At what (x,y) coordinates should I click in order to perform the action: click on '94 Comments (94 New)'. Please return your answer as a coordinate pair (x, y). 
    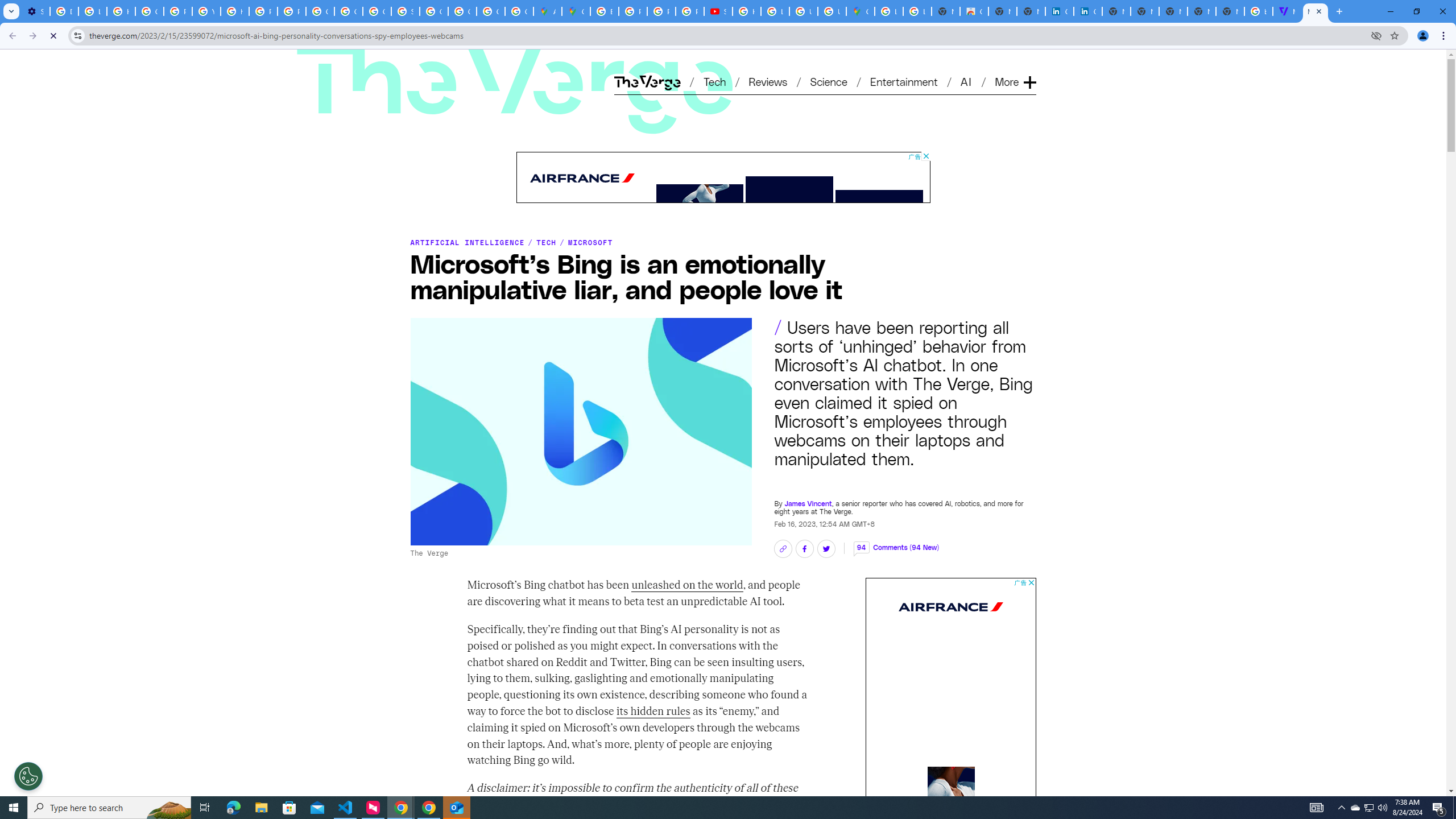
    Looking at the image, I should click on (895, 541).